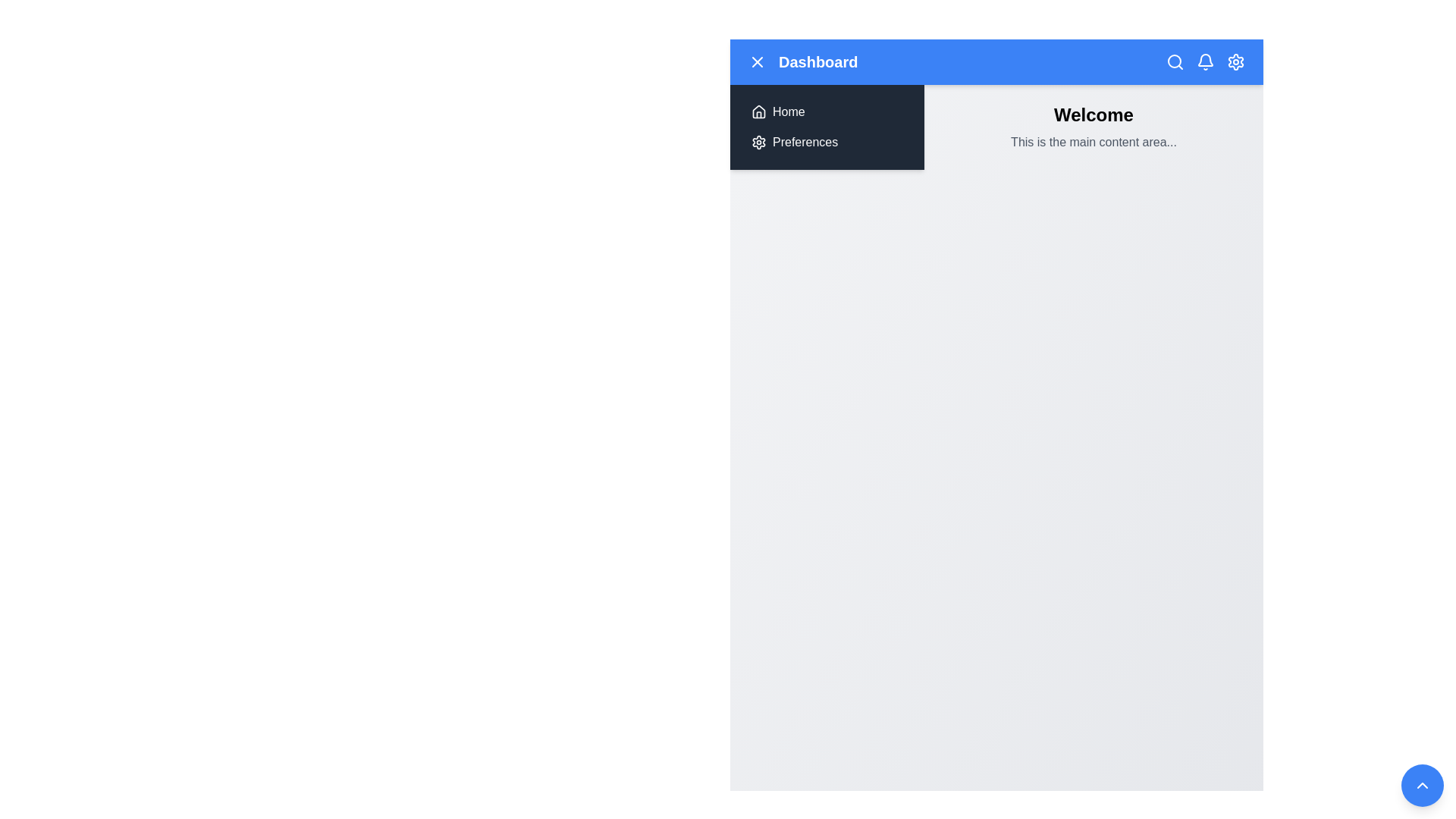 The width and height of the screenshot is (1456, 819). What do you see at coordinates (1094, 143) in the screenshot?
I see `the descriptive text element located below the 'Welcome' header in the top-right portion of the interface` at bounding box center [1094, 143].